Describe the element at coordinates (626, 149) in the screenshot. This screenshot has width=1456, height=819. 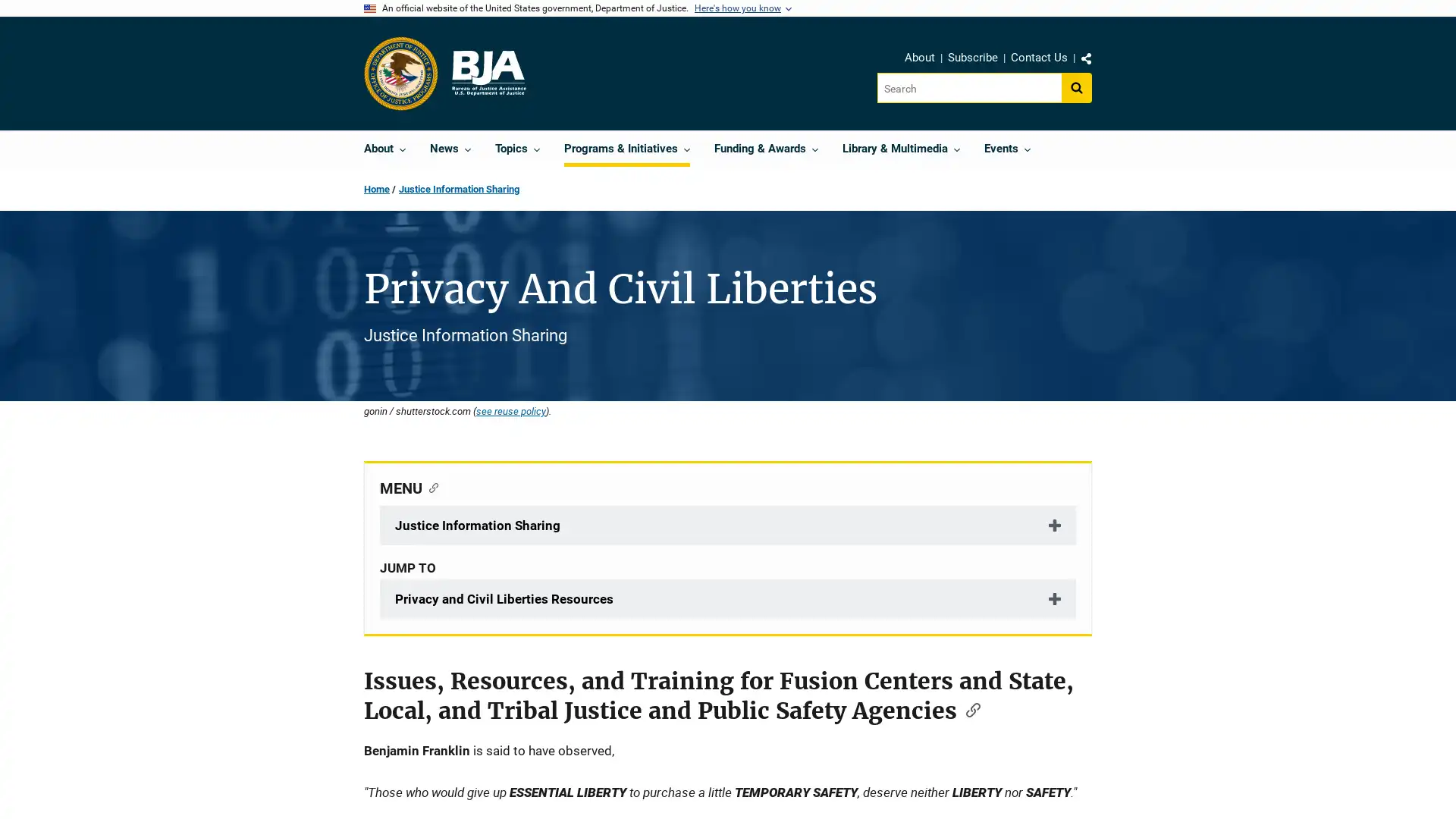
I see `Programs & Initiatives` at that location.